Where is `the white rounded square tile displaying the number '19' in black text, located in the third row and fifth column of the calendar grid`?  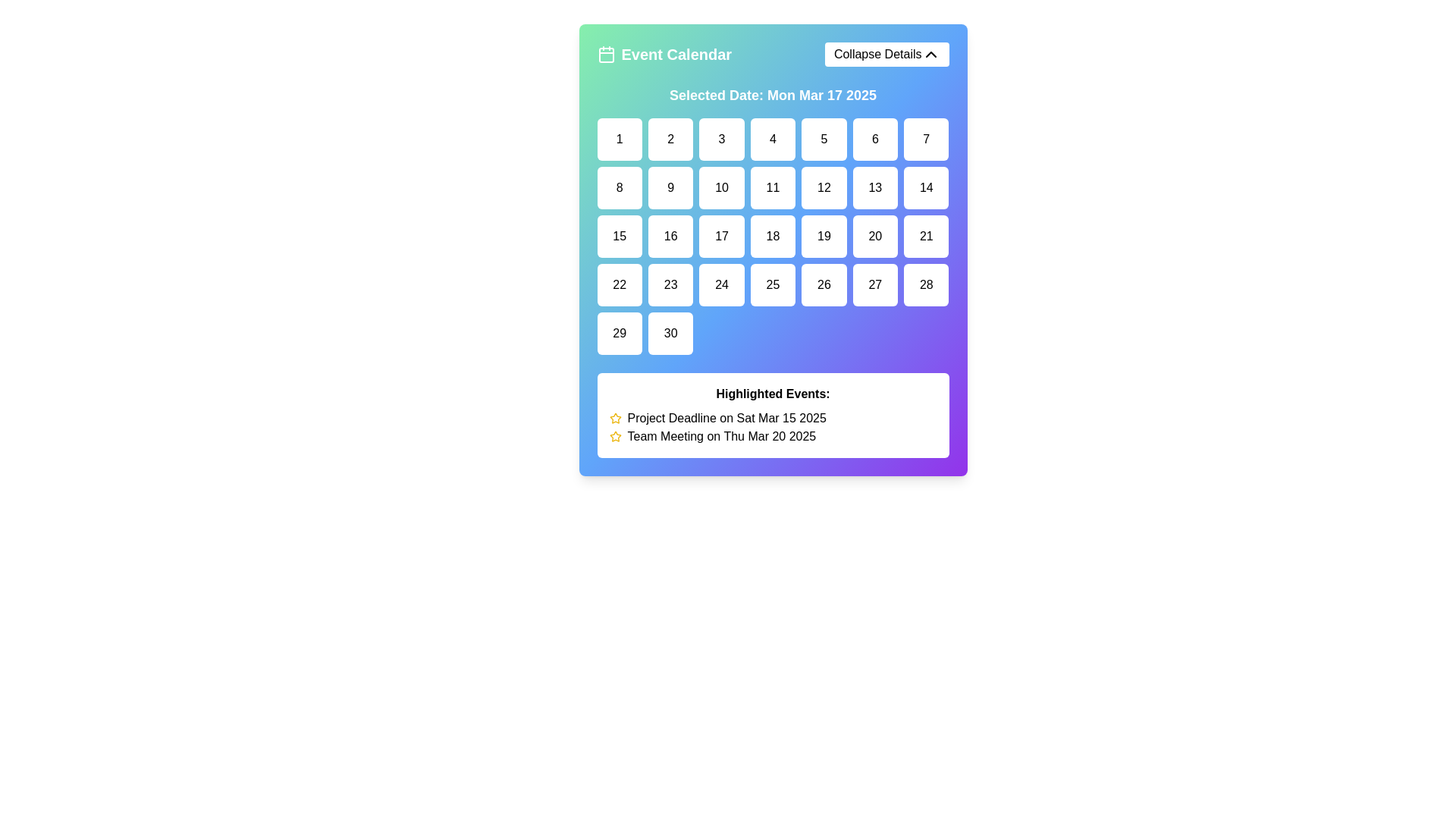 the white rounded square tile displaying the number '19' in black text, located in the third row and fifth column of the calendar grid is located at coordinates (823, 237).